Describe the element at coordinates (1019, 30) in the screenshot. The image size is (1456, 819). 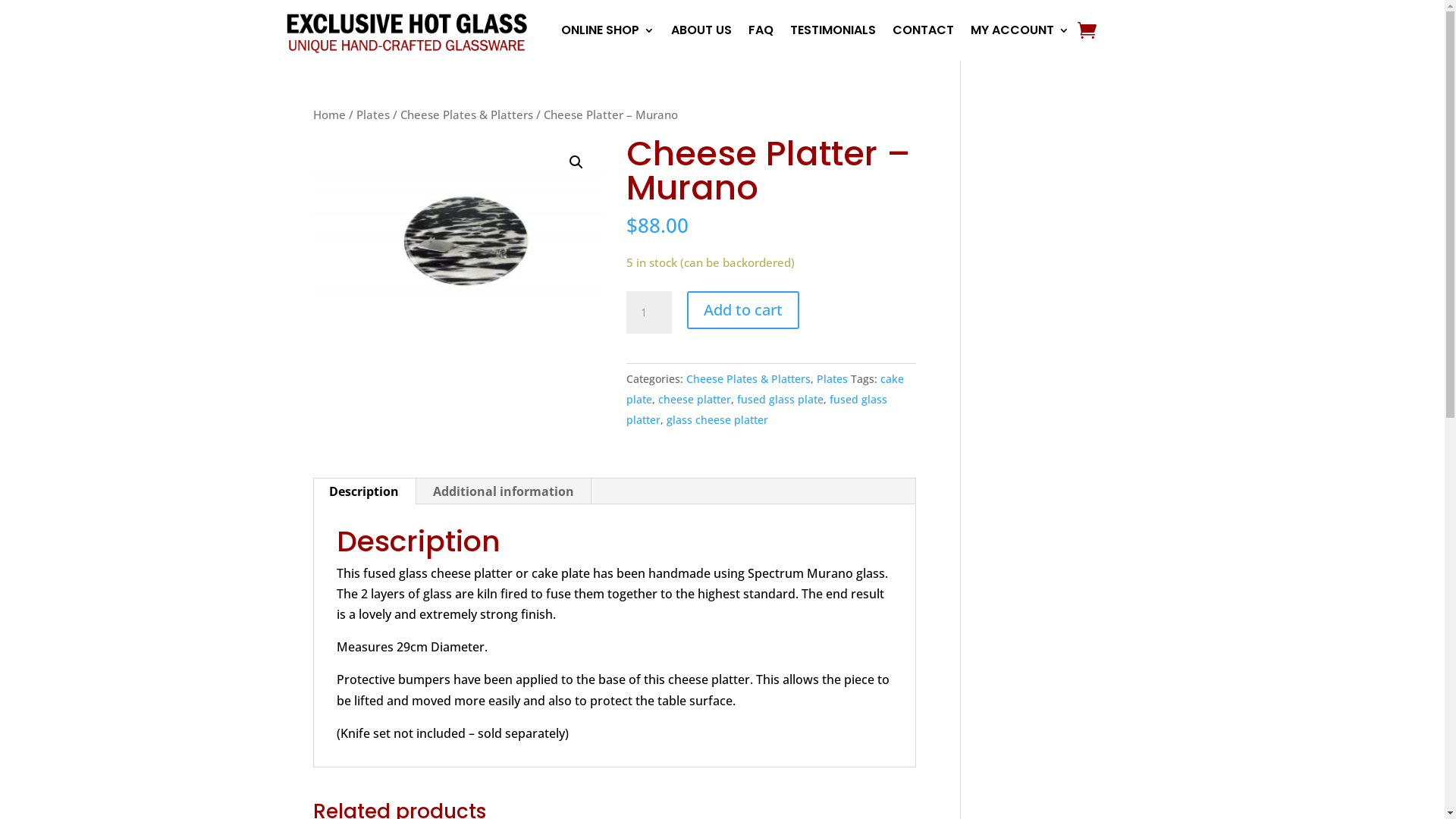
I see `'MY ACCOUNT'` at that location.